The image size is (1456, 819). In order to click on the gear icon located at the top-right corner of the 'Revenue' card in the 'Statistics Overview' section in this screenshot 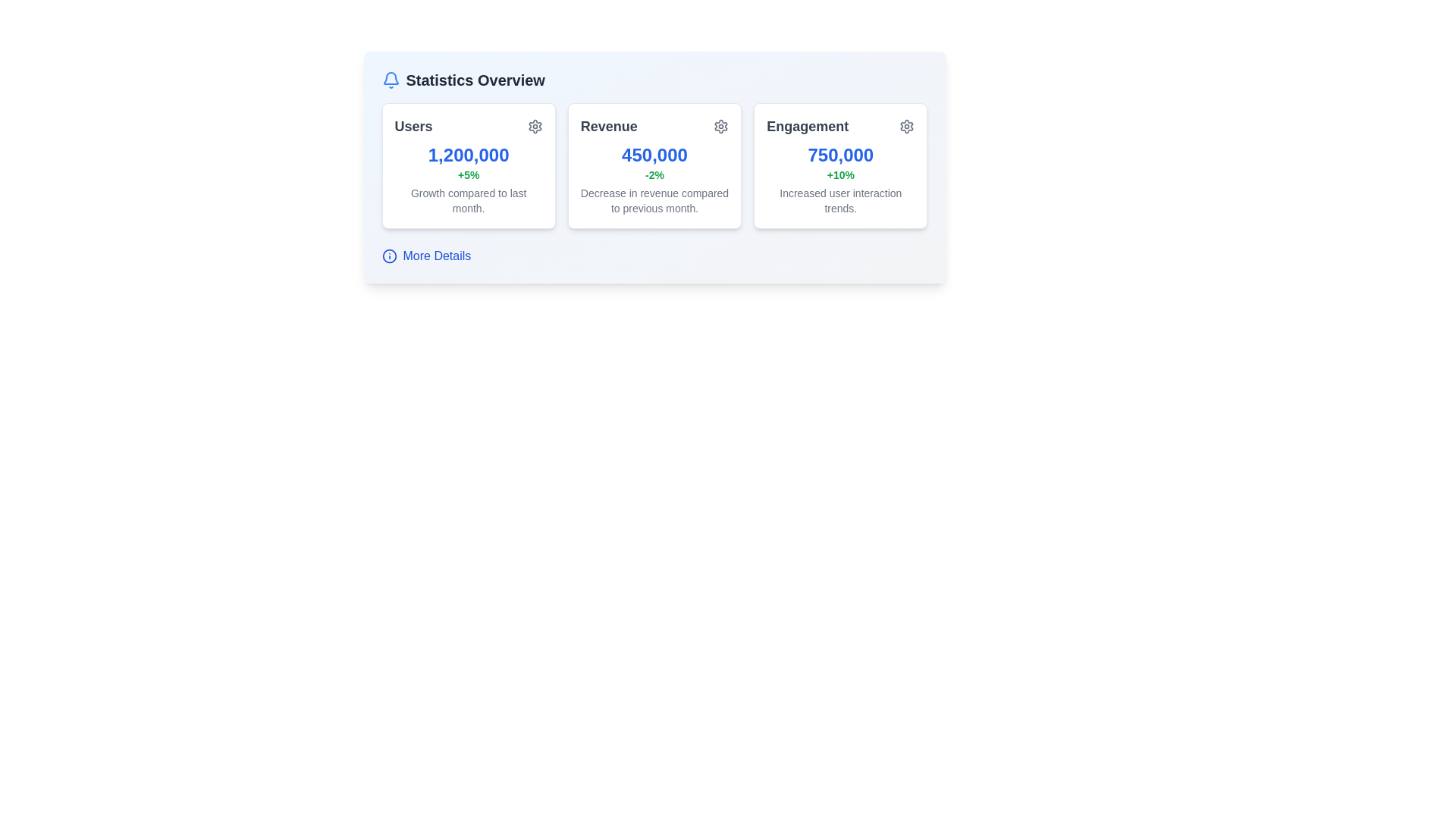, I will do `click(720, 125)`.